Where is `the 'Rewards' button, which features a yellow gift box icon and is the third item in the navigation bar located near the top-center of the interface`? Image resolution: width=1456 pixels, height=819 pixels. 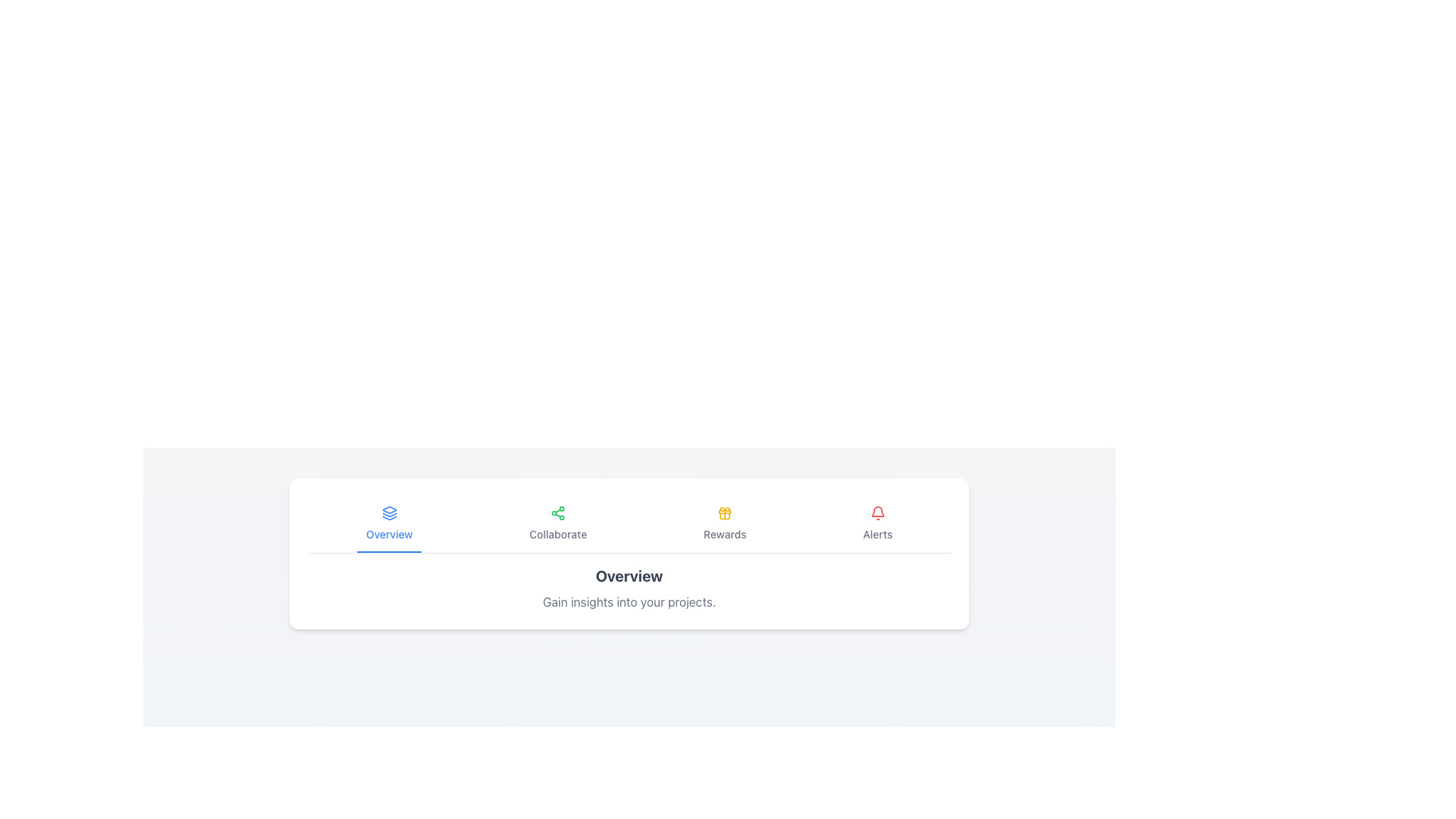
the 'Rewards' button, which features a yellow gift box icon and is the third item in the navigation bar located near the top-center of the interface is located at coordinates (723, 523).